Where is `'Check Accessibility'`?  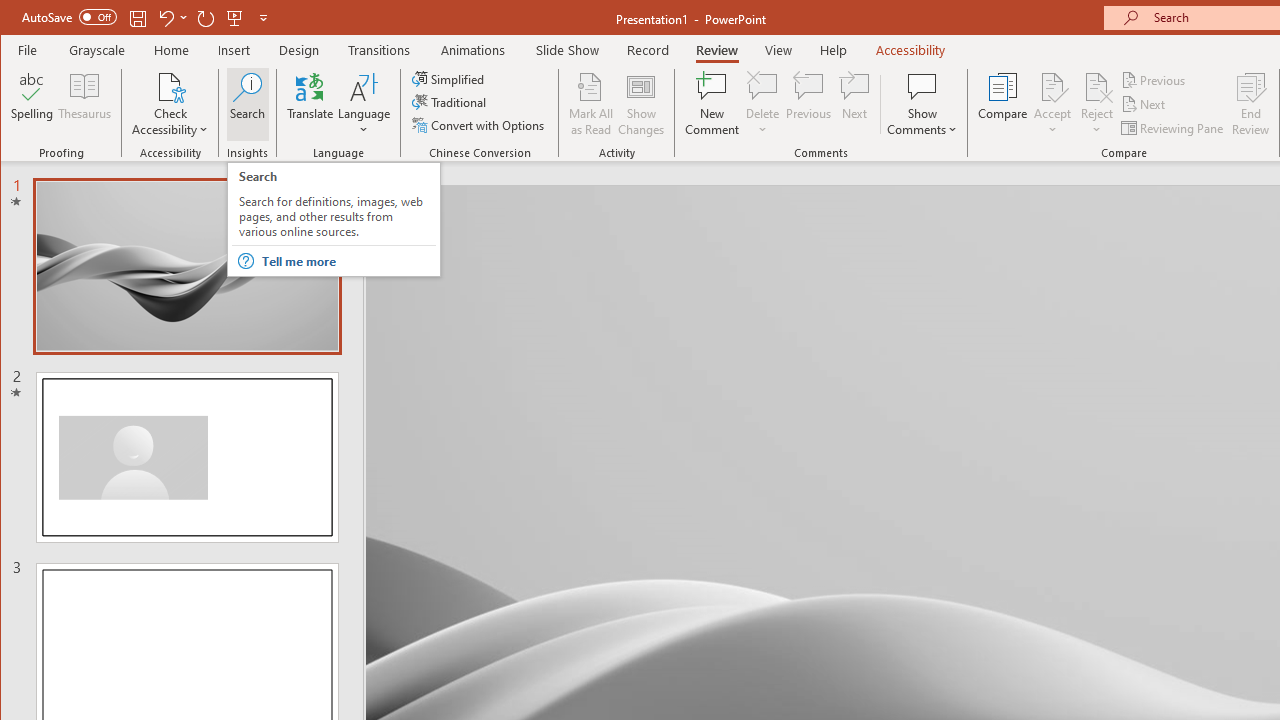 'Check Accessibility' is located at coordinates (170, 104).